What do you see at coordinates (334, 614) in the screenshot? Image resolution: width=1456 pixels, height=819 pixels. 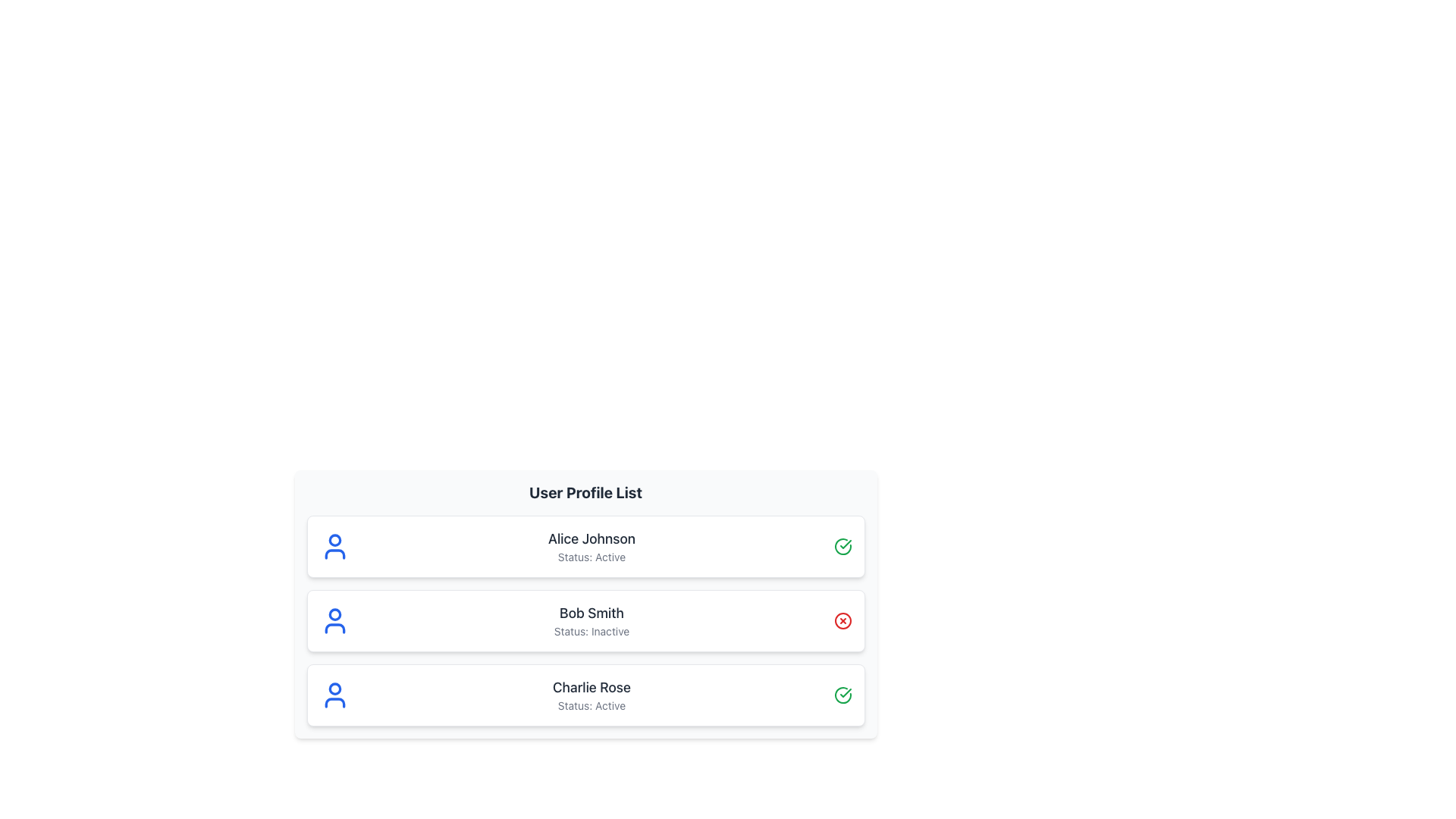 I see `the decorative graphical element that resembles a profile picture placeholder, located at the center of the circular head part of the user icon for 'Bob Smith', the second user in the list` at bounding box center [334, 614].